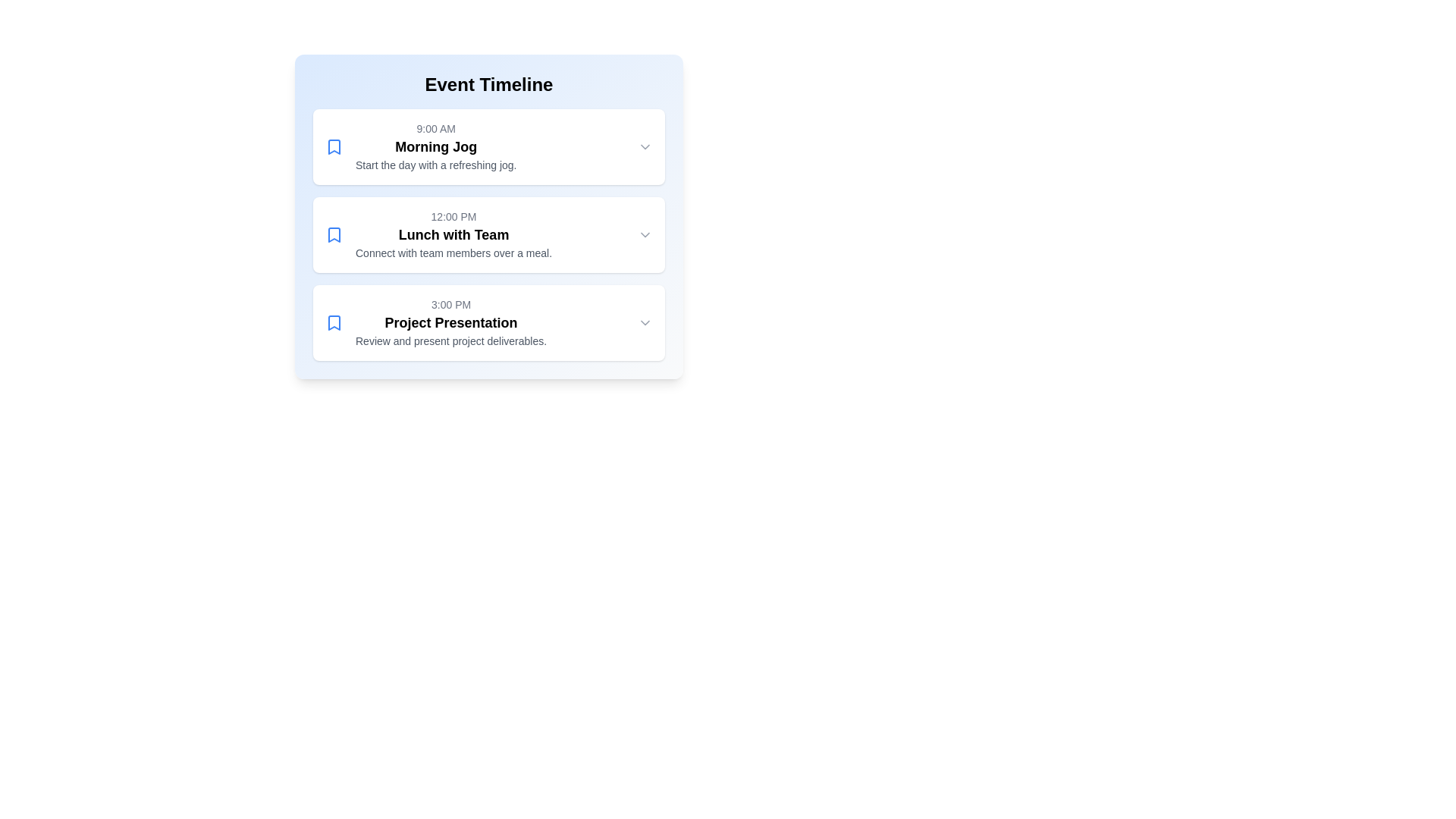 Image resolution: width=1456 pixels, height=819 pixels. Describe the element at coordinates (450, 322) in the screenshot. I see `the title text for the event named 'Project Presentation' which is located below '3:00 PM' and above 'Review and present project deliverables.'` at that location.